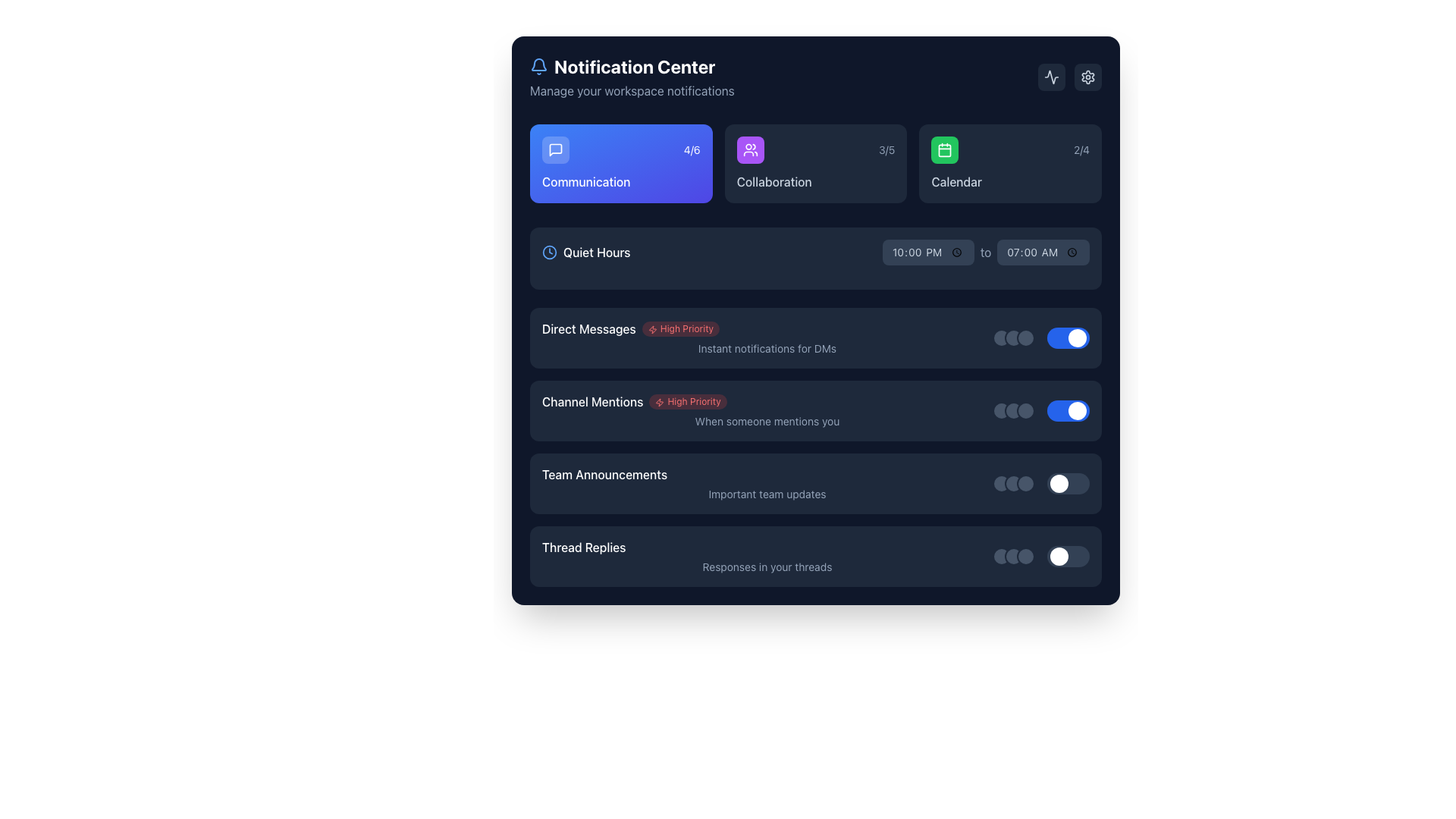  I want to click on the middle circular decorative element with a dark gray background and darker border in the horizontal cluster of three circles located near the bottom of the central panel, so click(1014, 556).